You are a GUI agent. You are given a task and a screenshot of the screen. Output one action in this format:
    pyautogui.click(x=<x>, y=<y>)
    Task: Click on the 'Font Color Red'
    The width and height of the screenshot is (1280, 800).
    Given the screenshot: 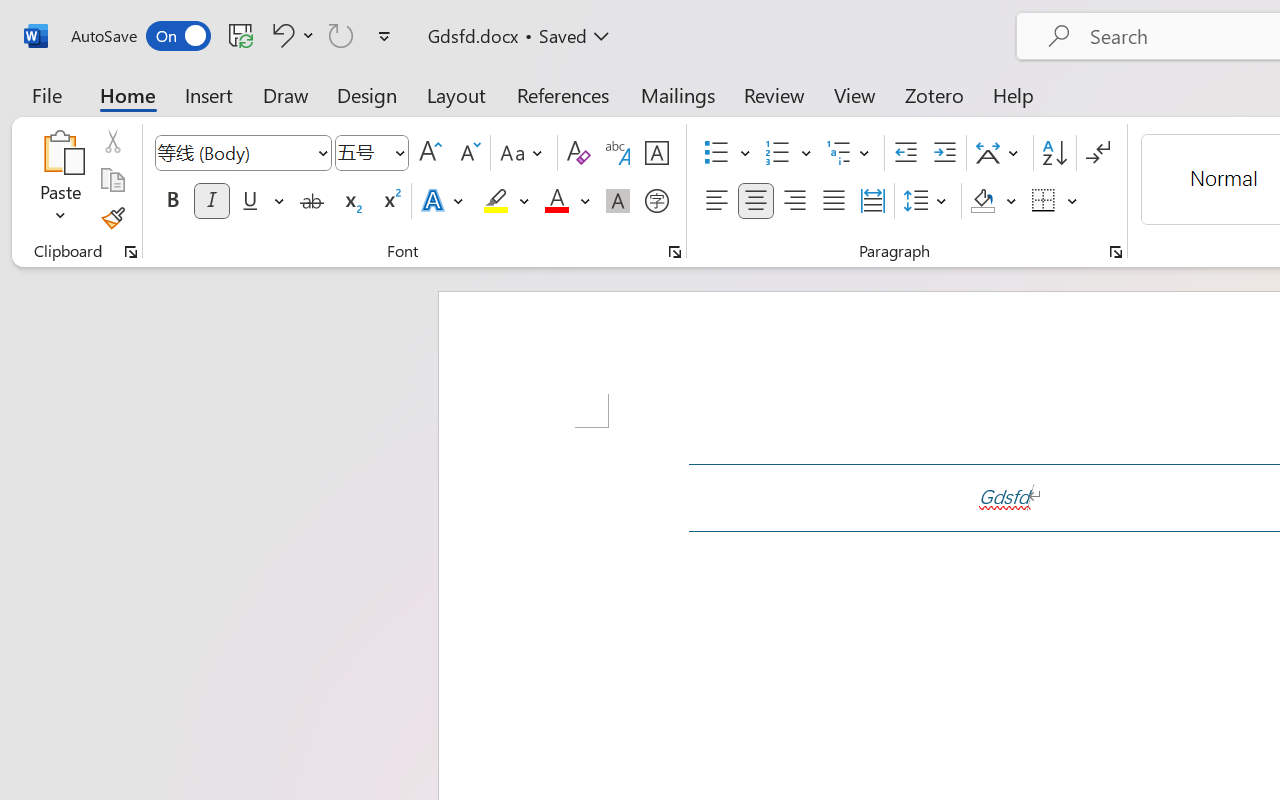 What is the action you would take?
    pyautogui.click(x=556, y=201)
    